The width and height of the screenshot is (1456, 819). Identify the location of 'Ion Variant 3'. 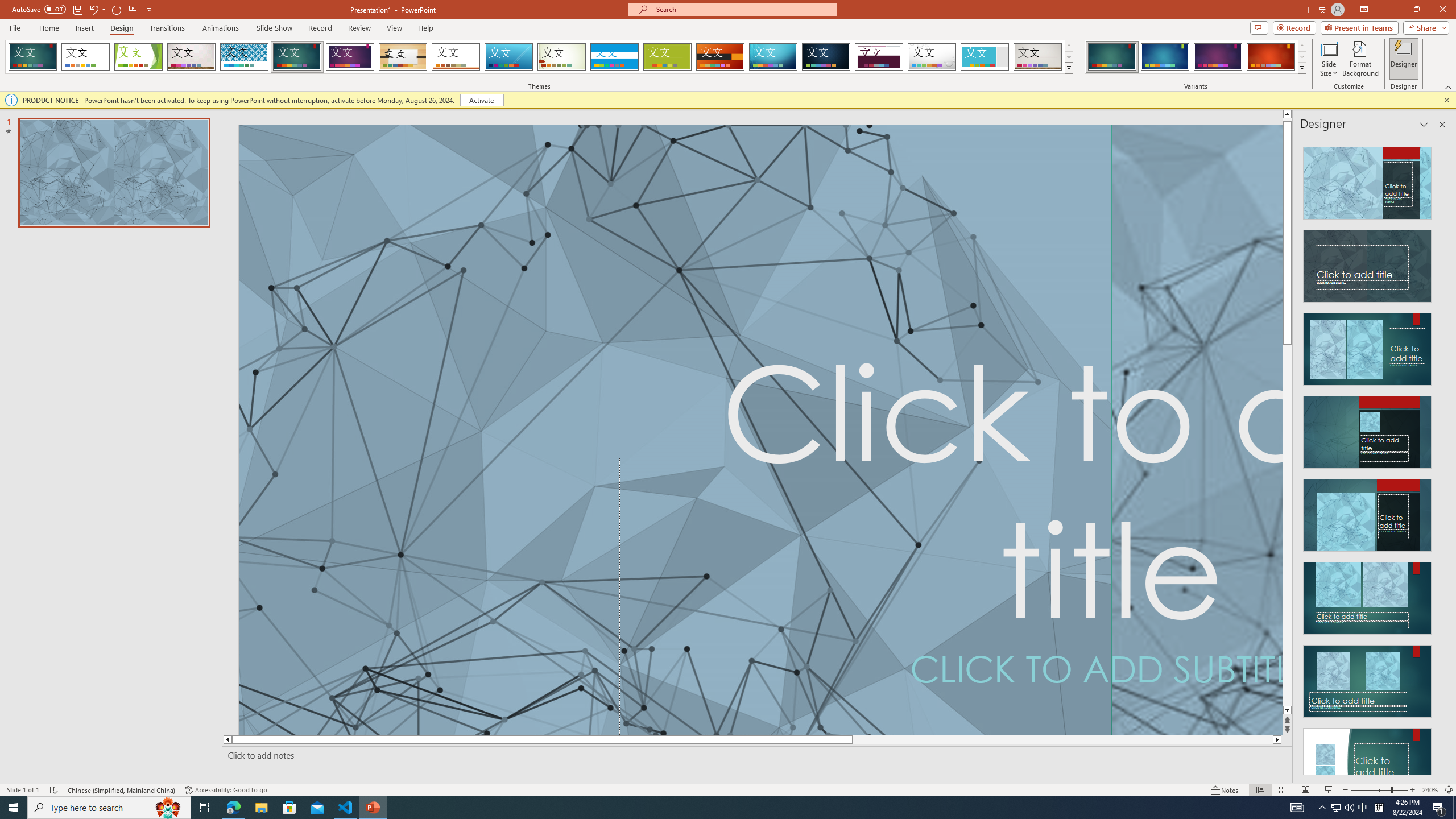
(1217, 56).